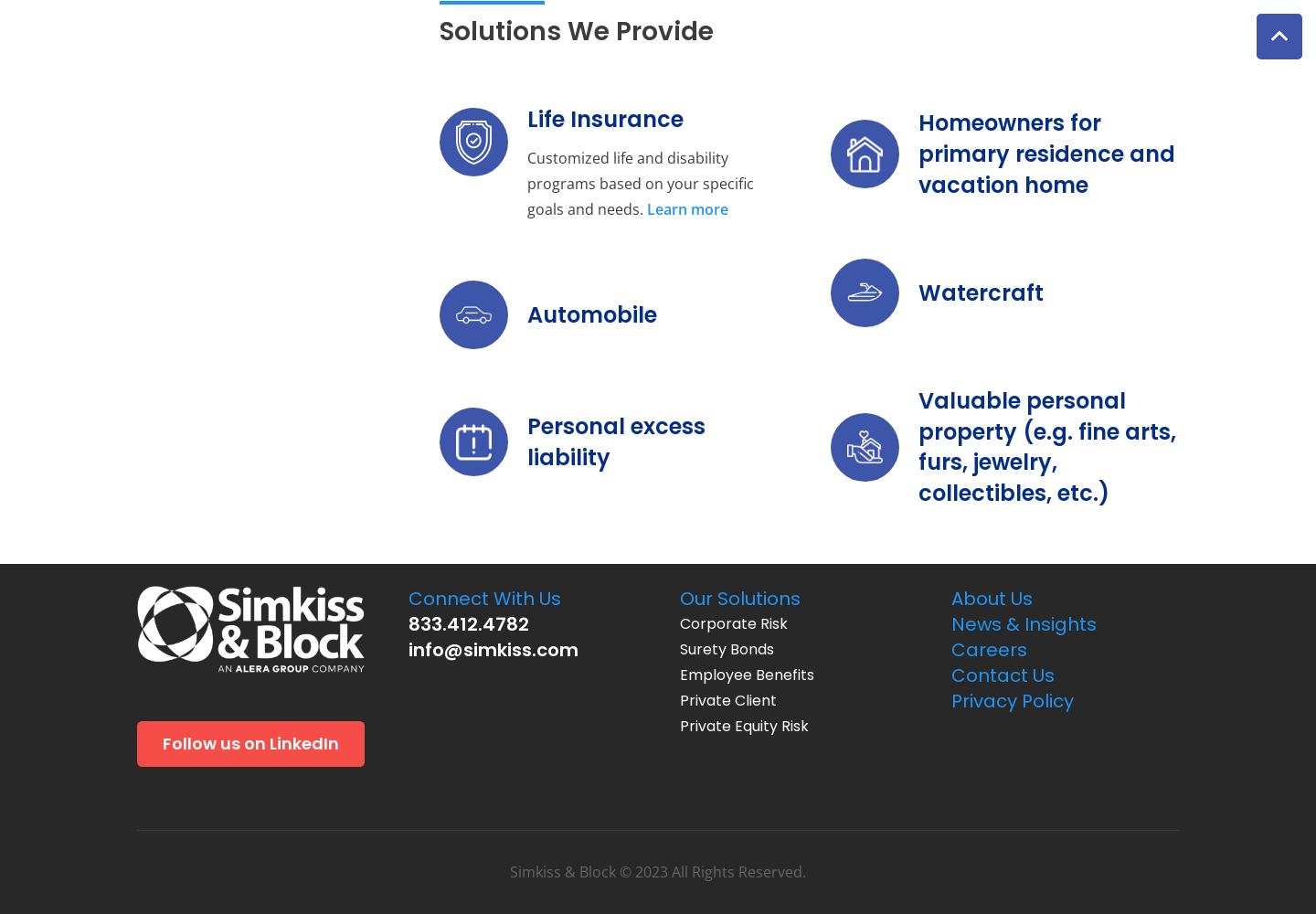  What do you see at coordinates (733, 623) in the screenshot?
I see `'Corporate Risk'` at bounding box center [733, 623].